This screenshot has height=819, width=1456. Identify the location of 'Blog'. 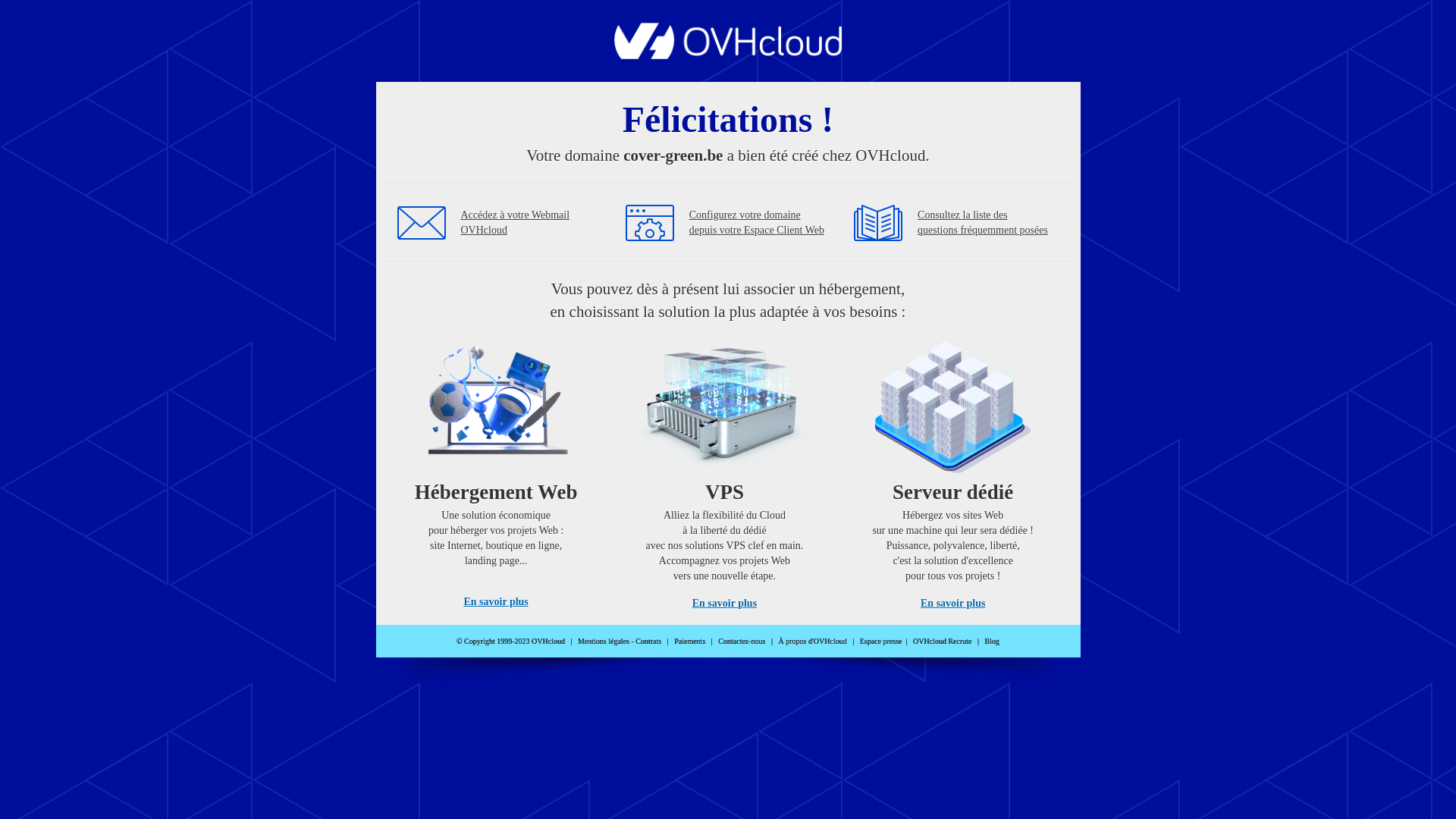
(992, 641).